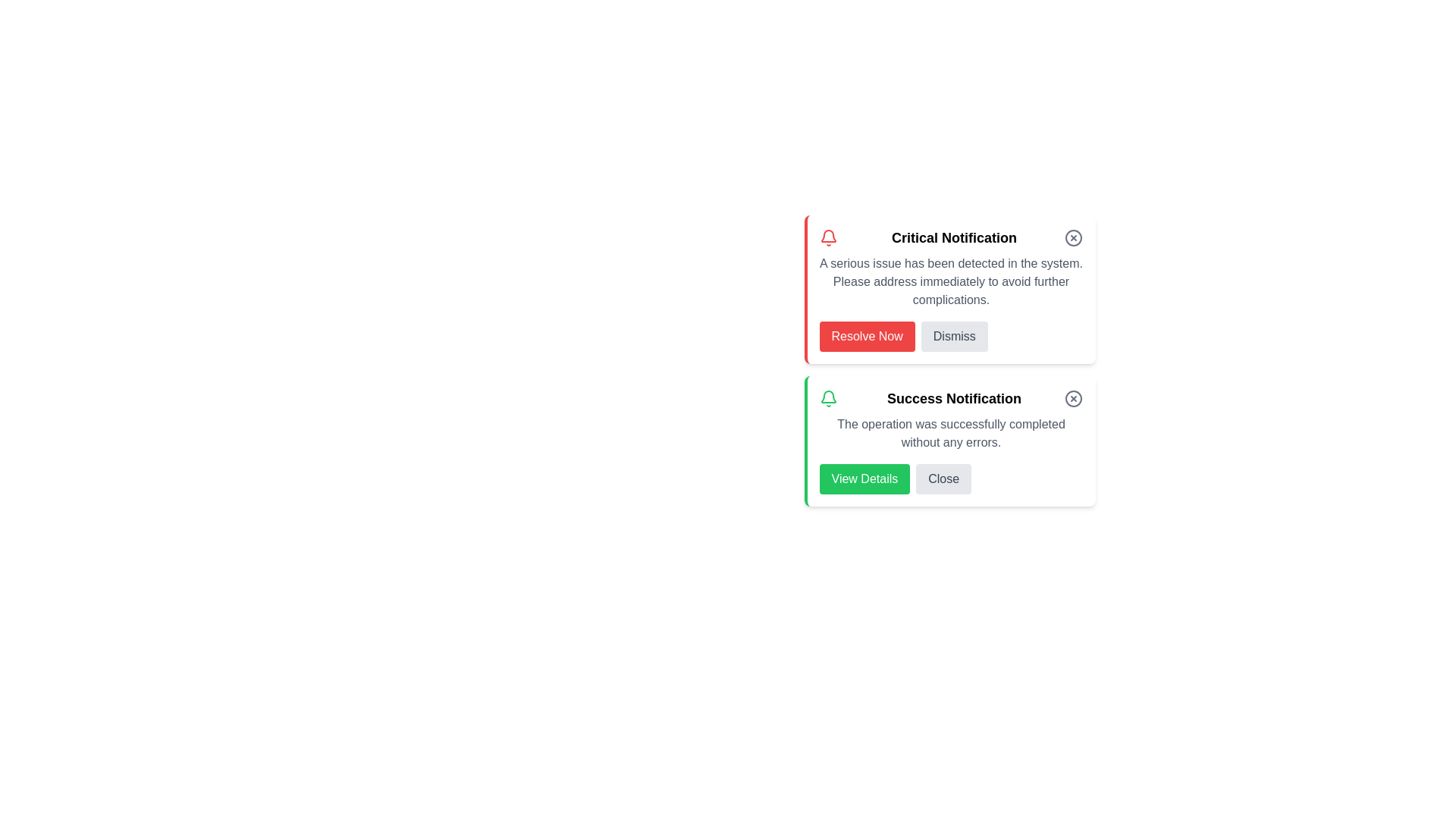 The height and width of the screenshot is (819, 1456). What do you see at coordinates (950, 433) in the screenshot?
I see `the success message text display element located within the 'Success Notification' card, positioned below the title 'Success Notification'` at bounding box center [950, 433].